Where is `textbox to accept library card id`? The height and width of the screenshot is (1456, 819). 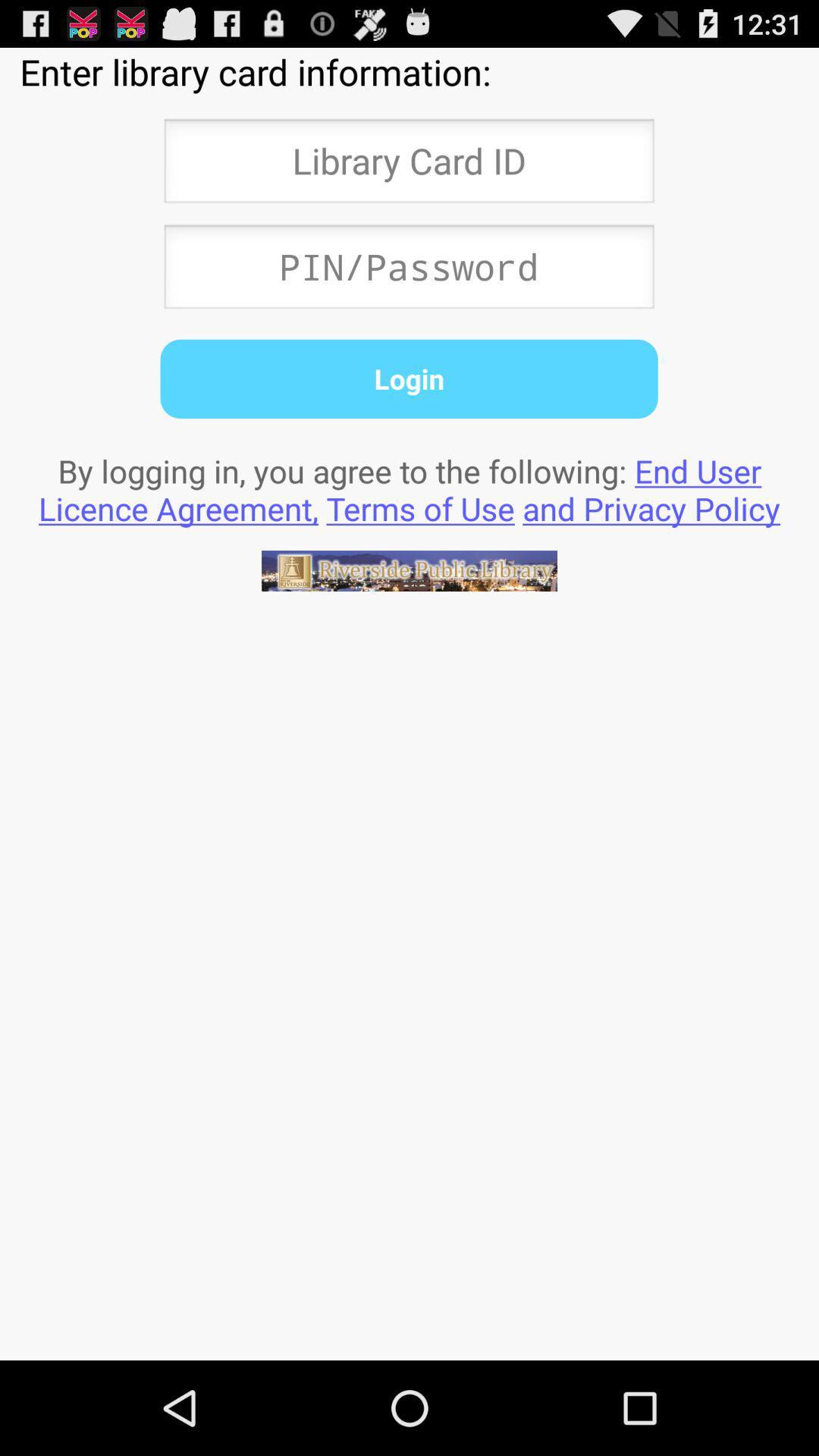
textbox to accept library card id is located at coordinates (408, 165).